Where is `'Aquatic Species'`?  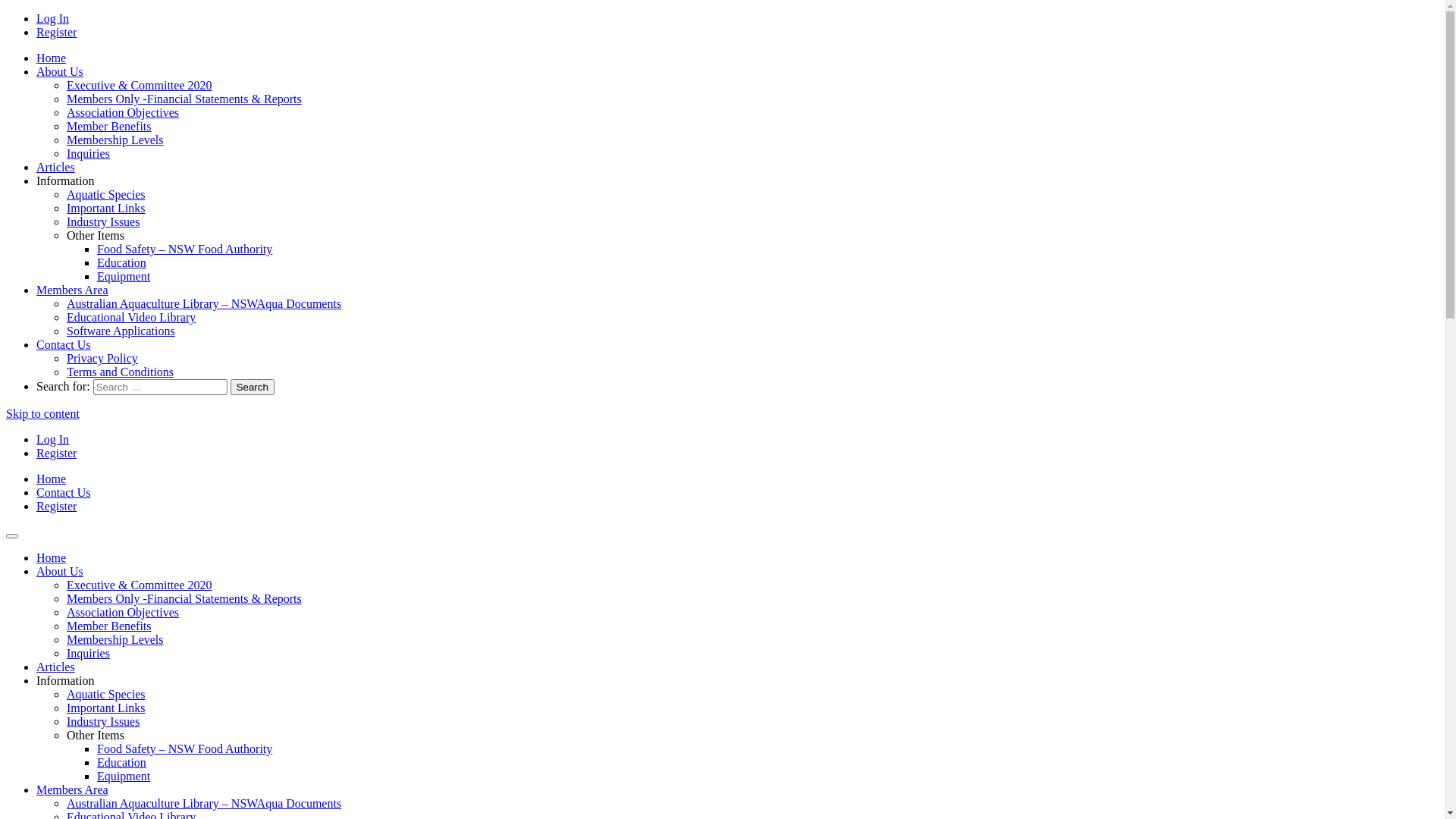
'Aquatic Species' is located at coordinates (105, 694).